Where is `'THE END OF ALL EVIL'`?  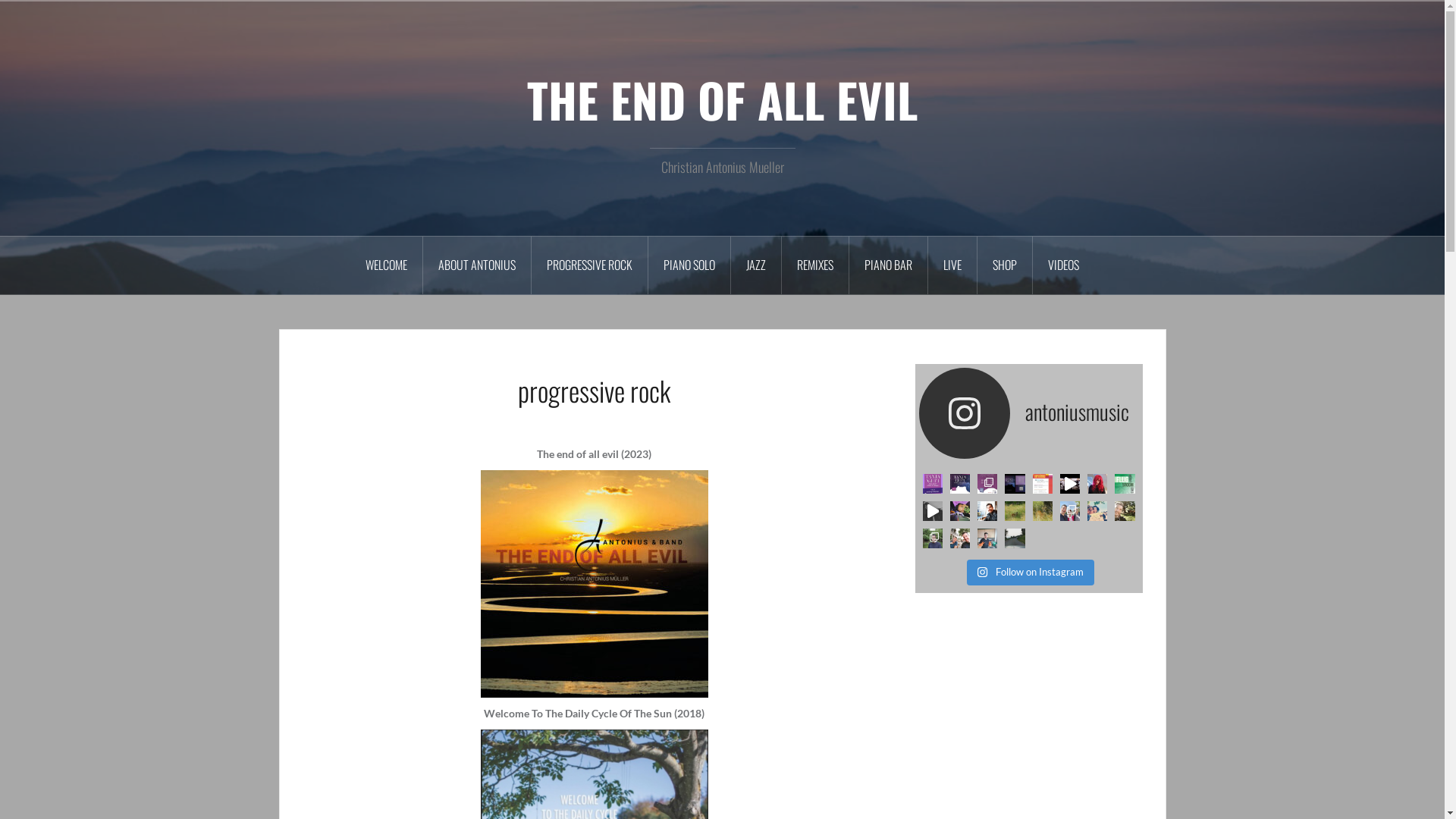 'THE END OF ALL EVIL' is located at coordinates (721, 99).